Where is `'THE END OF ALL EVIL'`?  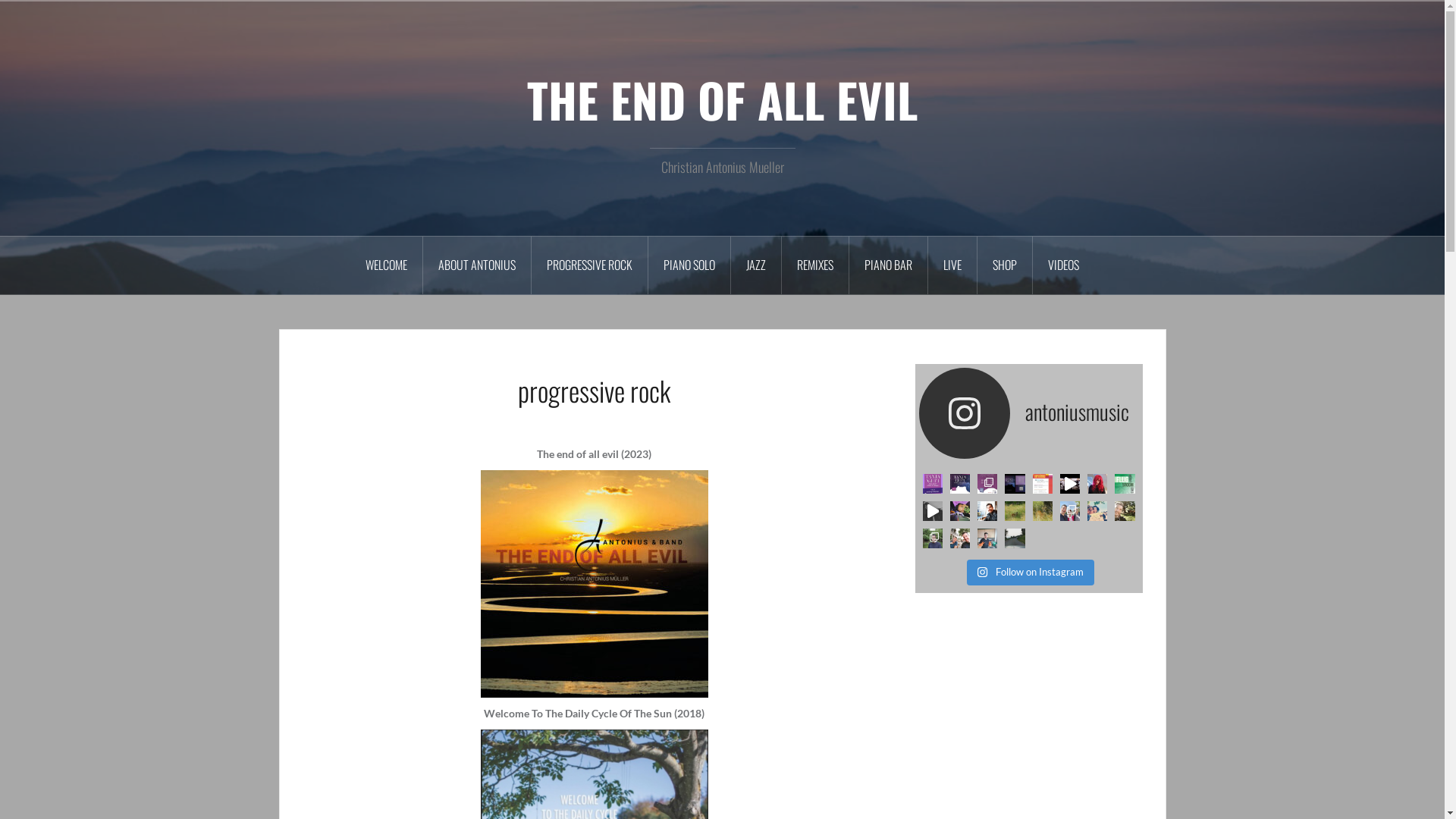 'THE END OF ALL EVIL' is located at coordinates (721, 99).